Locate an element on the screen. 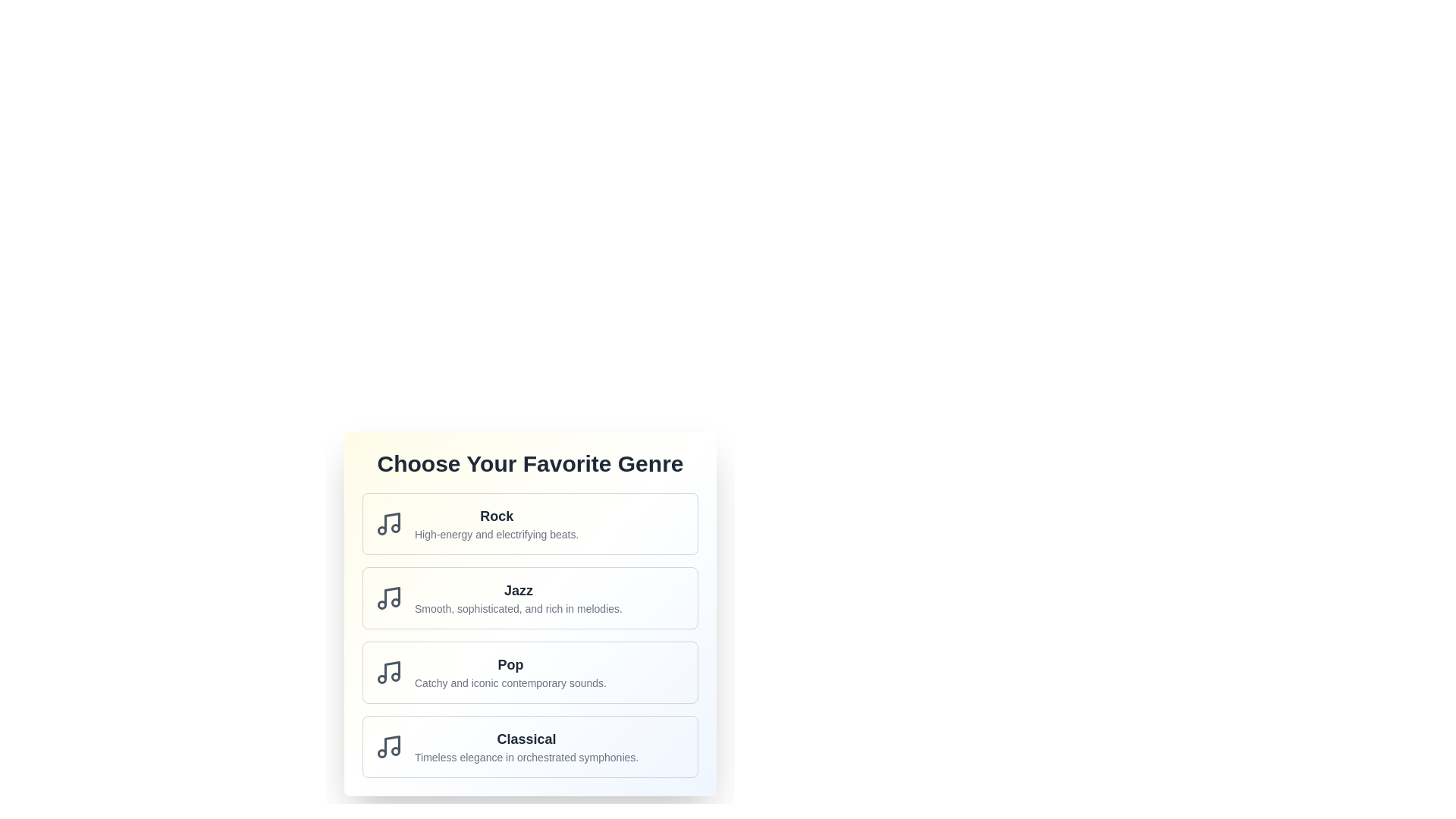 This screenshot has height=819, width=1456. the List item box for the genre 'Pop' is located at coordinates (530, 672).